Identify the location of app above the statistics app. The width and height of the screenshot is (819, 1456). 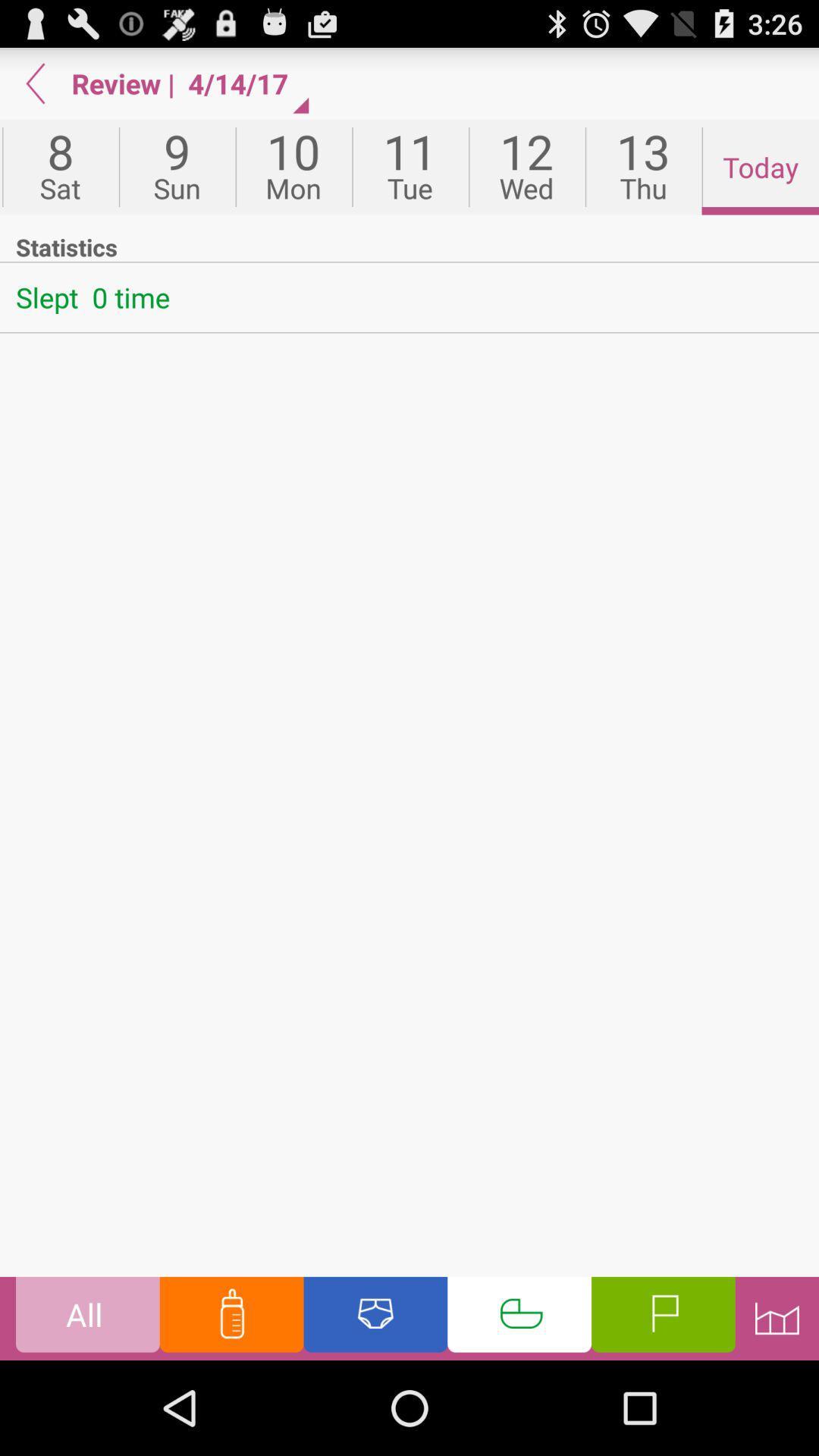
(526, 167).